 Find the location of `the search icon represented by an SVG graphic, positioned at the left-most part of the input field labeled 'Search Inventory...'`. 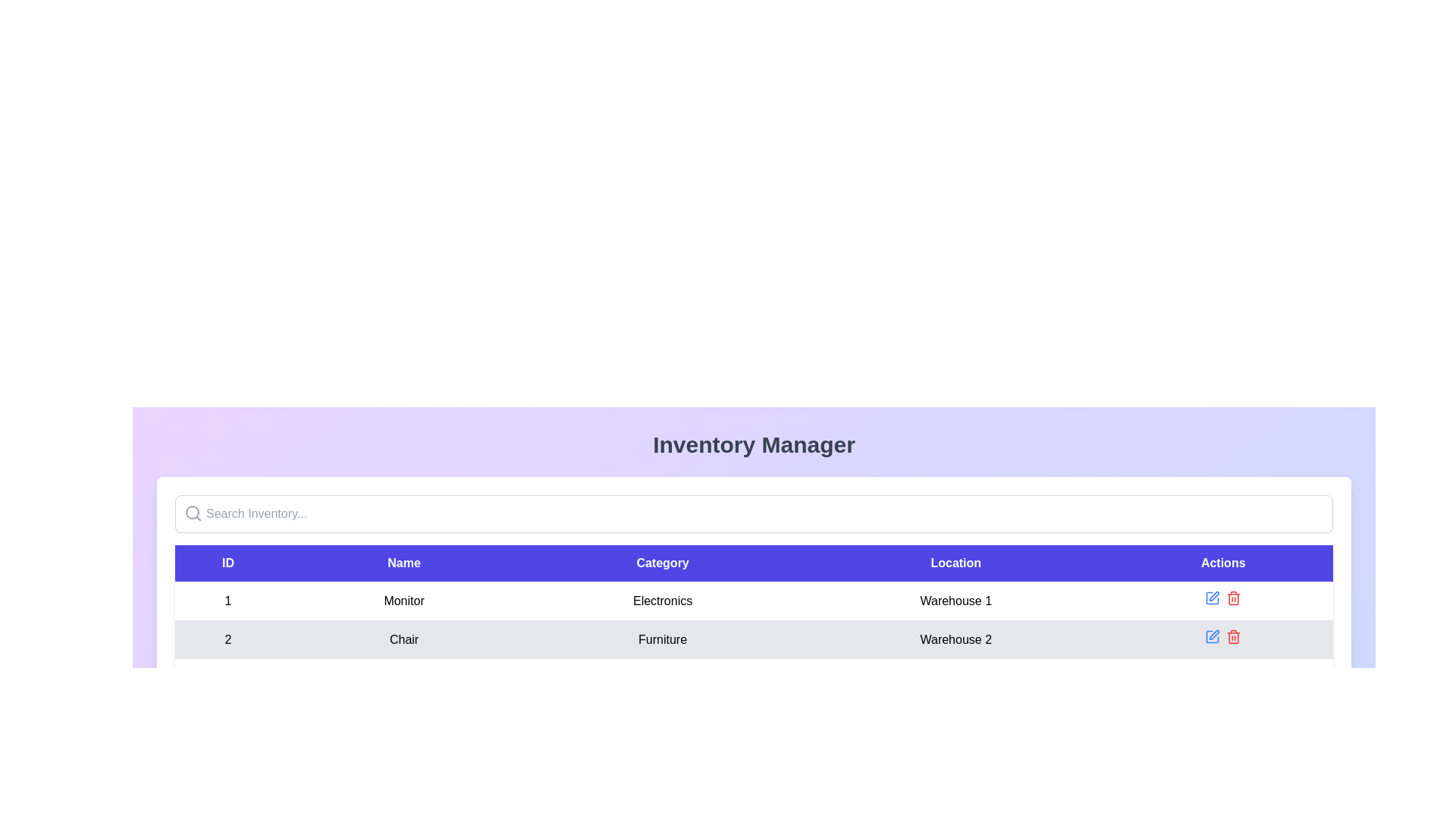

the search icon represented by an SVG graphic, positioned at the left-most part of the input field labeled 'Search Inventory...' is located at coordinates (192, 513).